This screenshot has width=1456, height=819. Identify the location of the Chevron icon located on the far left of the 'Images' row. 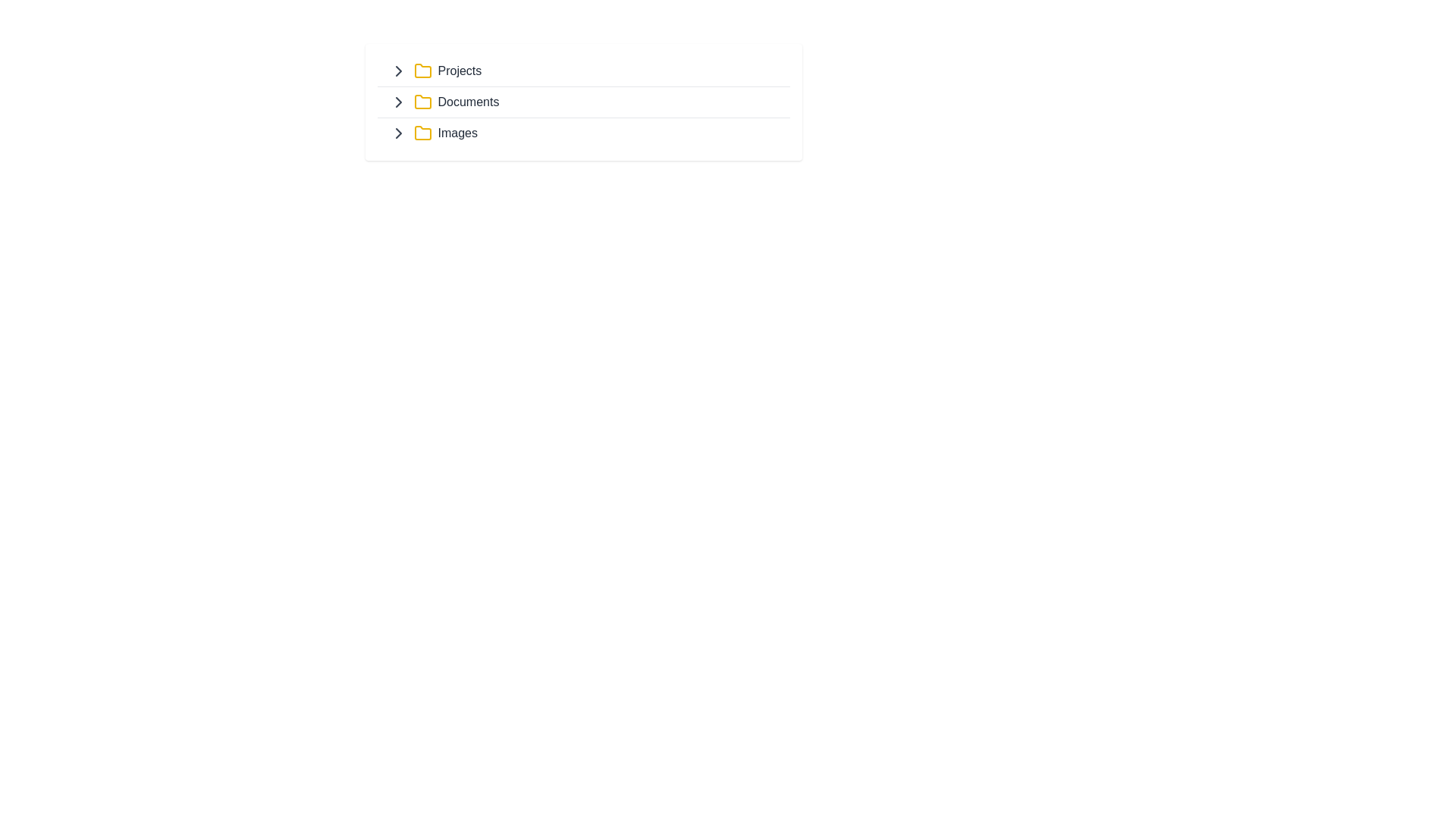
(398, 133).